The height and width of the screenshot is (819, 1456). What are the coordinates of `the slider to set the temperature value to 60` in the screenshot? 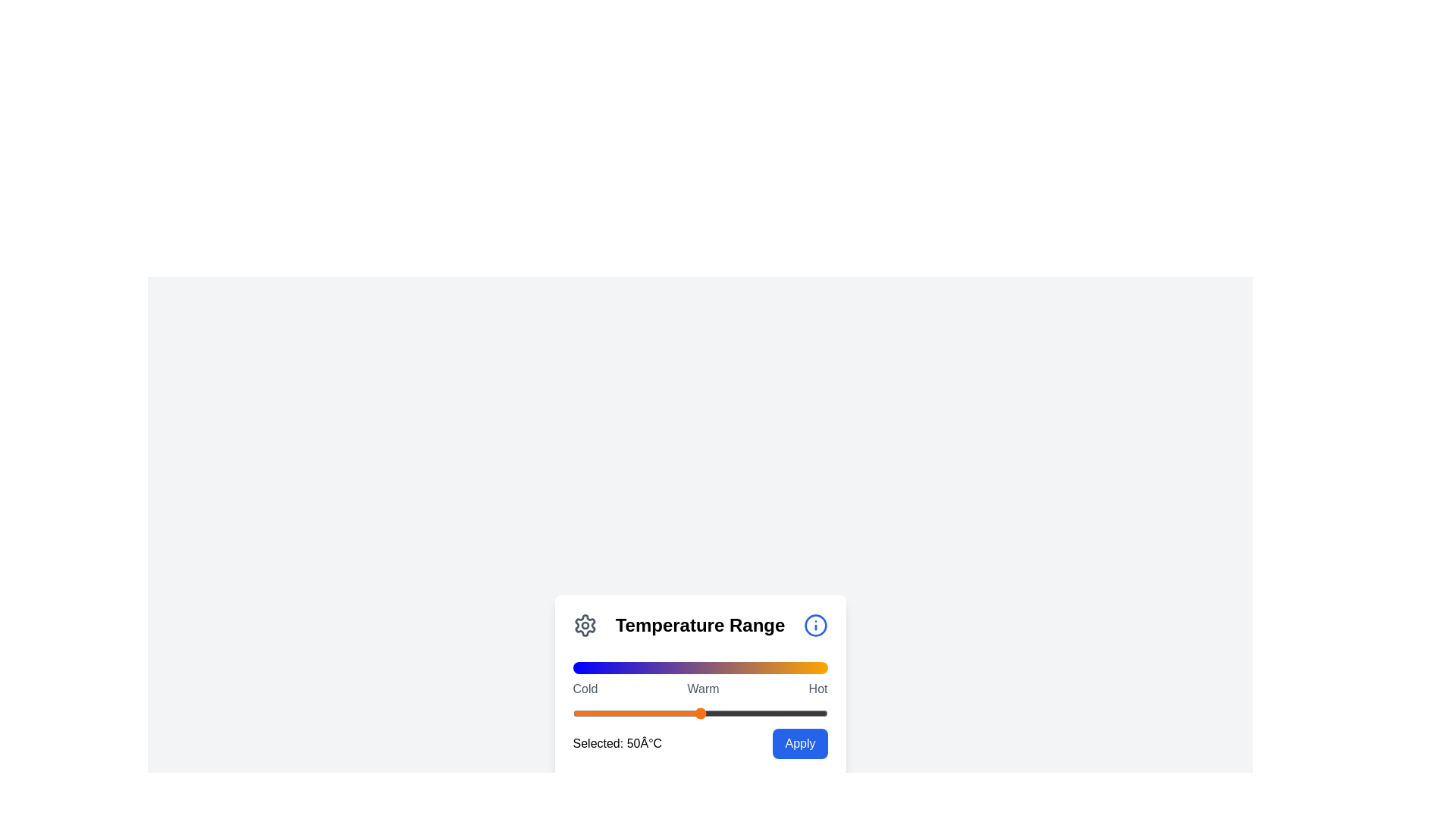 It's located at (725, 714).